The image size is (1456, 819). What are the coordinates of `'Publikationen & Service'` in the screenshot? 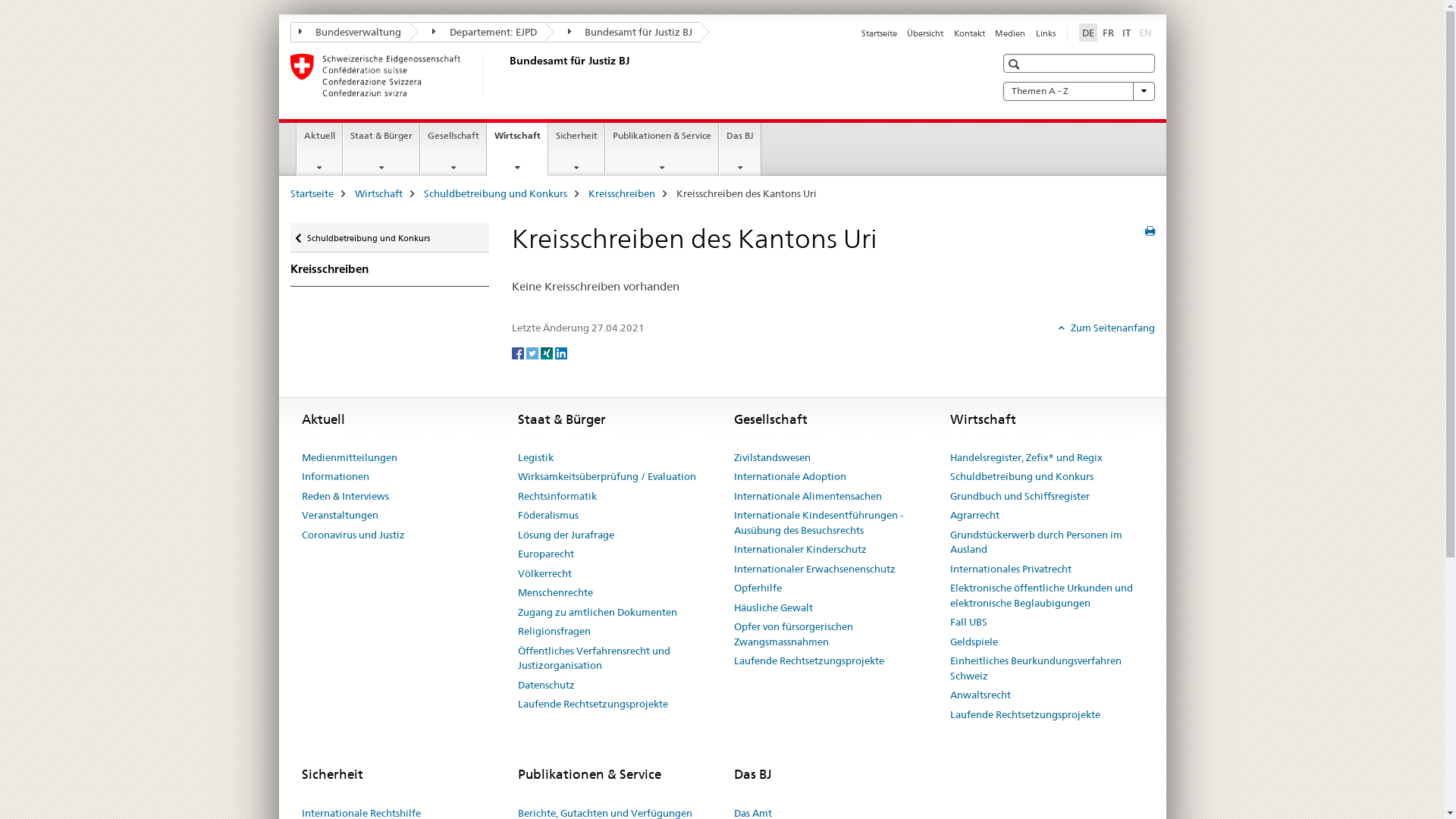 It's located at (662, 149).